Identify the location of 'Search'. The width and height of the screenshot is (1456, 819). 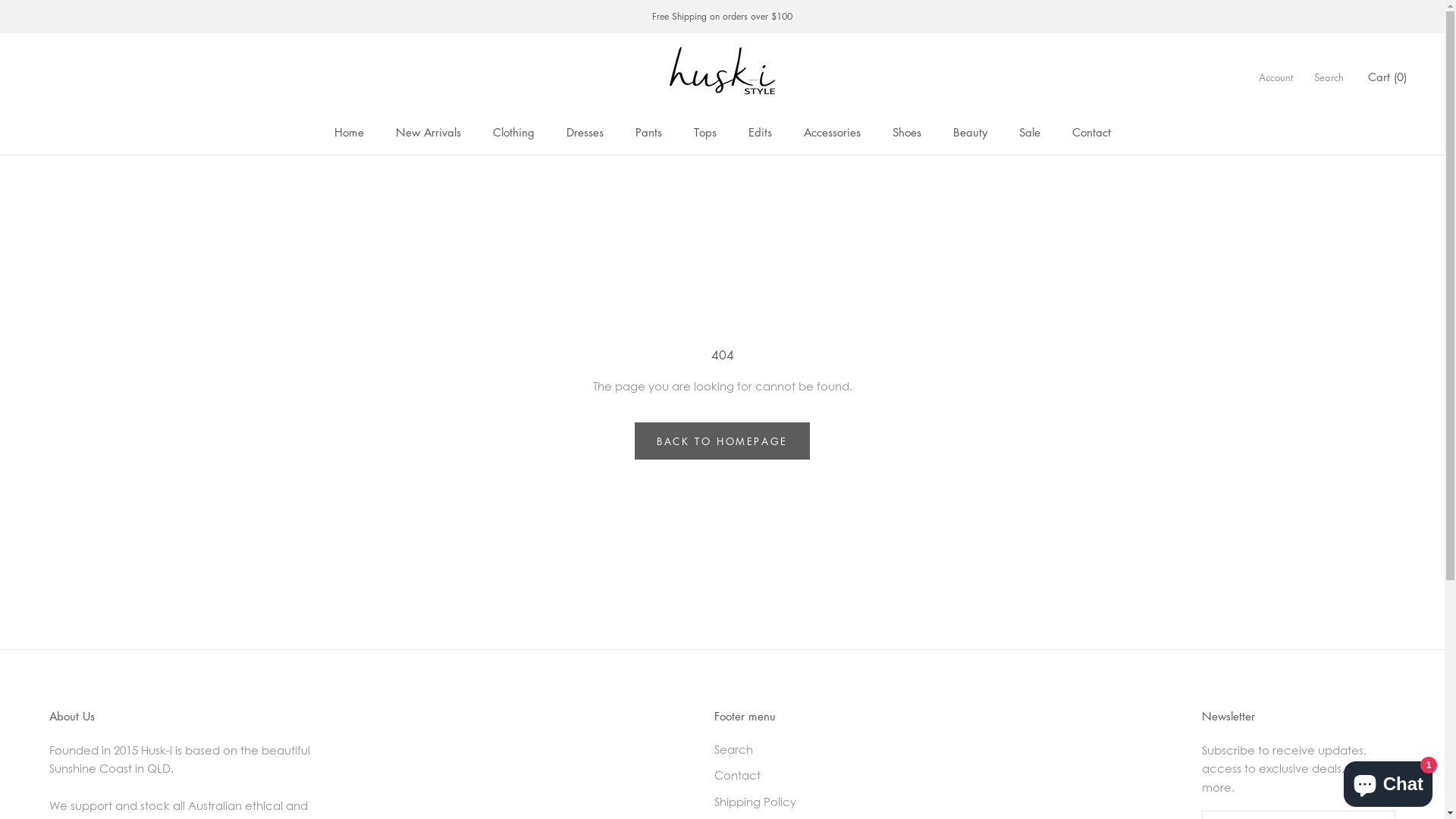
(758, 748).